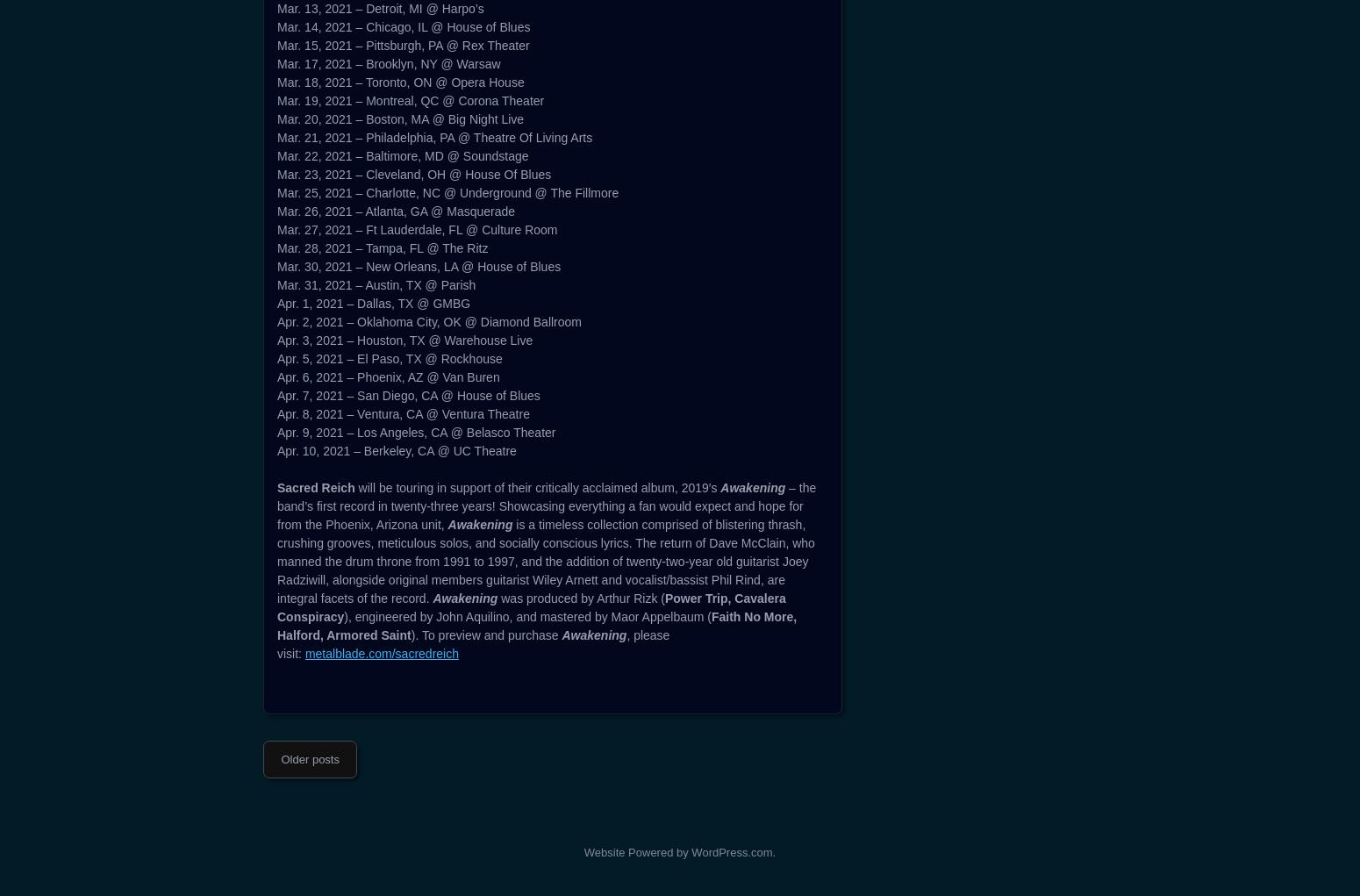 The image size is (1360, 896). I want to click on 'SACRED REICH', so click(323, 168).